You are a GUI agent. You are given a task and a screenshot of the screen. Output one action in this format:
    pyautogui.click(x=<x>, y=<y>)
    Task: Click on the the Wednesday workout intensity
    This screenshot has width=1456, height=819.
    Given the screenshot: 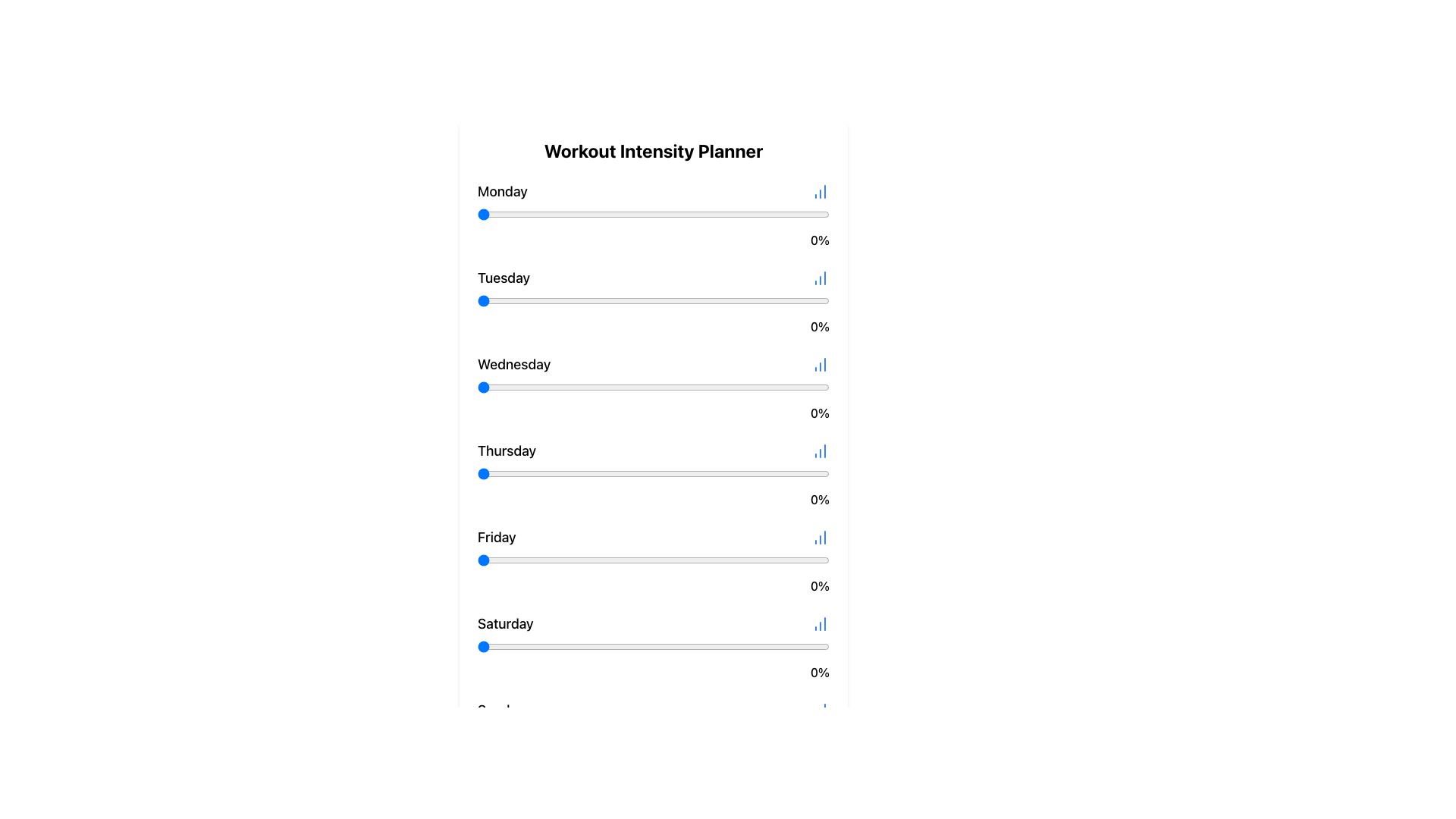 What is the action you would take?
    pyautogui.click(x=673, y=386)
    